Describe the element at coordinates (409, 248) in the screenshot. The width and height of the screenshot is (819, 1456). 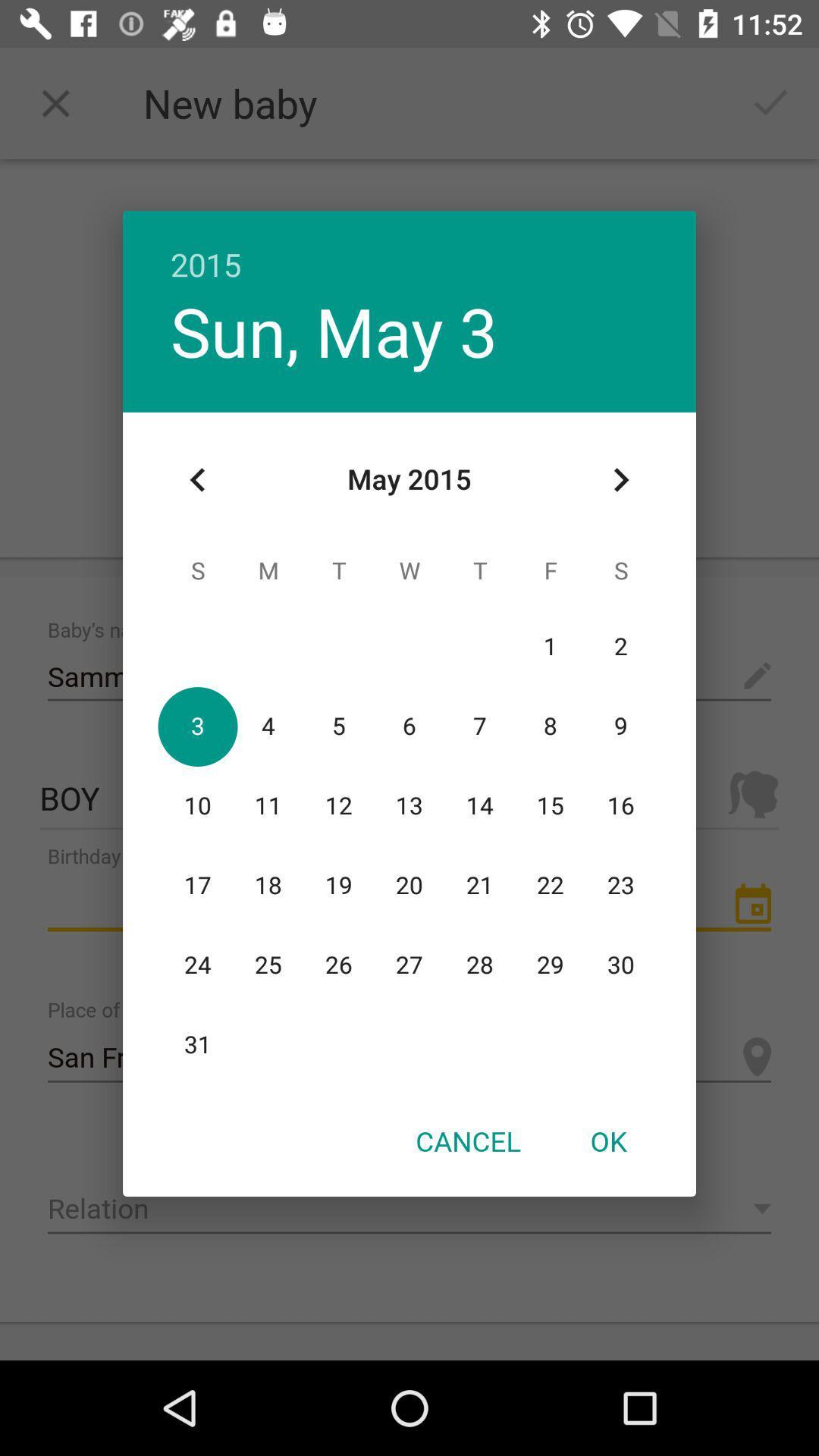
I see `the 2015 icon` at that location.